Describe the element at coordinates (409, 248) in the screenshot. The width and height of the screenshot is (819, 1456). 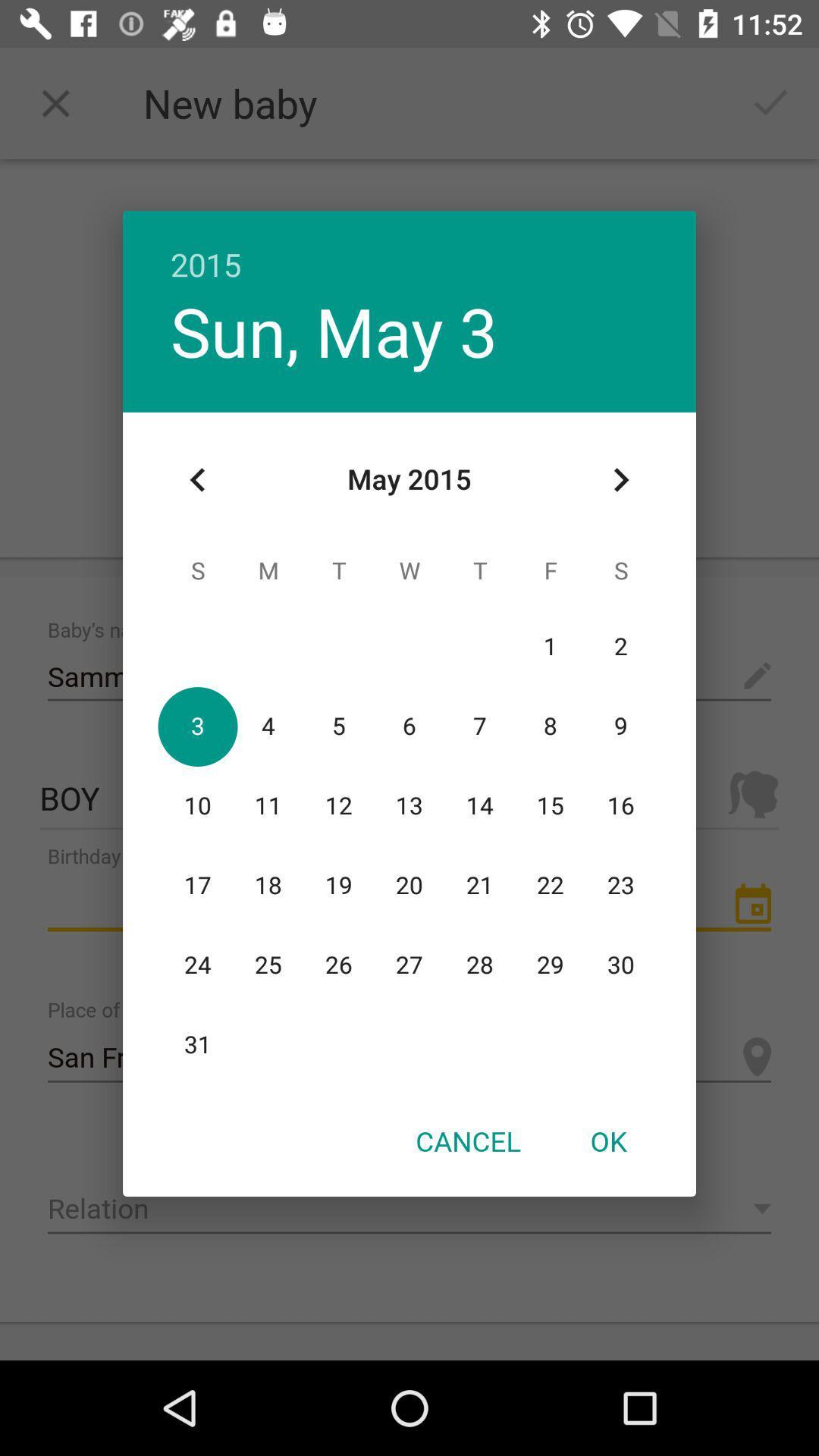
I see `the 2015 icon` at that location.